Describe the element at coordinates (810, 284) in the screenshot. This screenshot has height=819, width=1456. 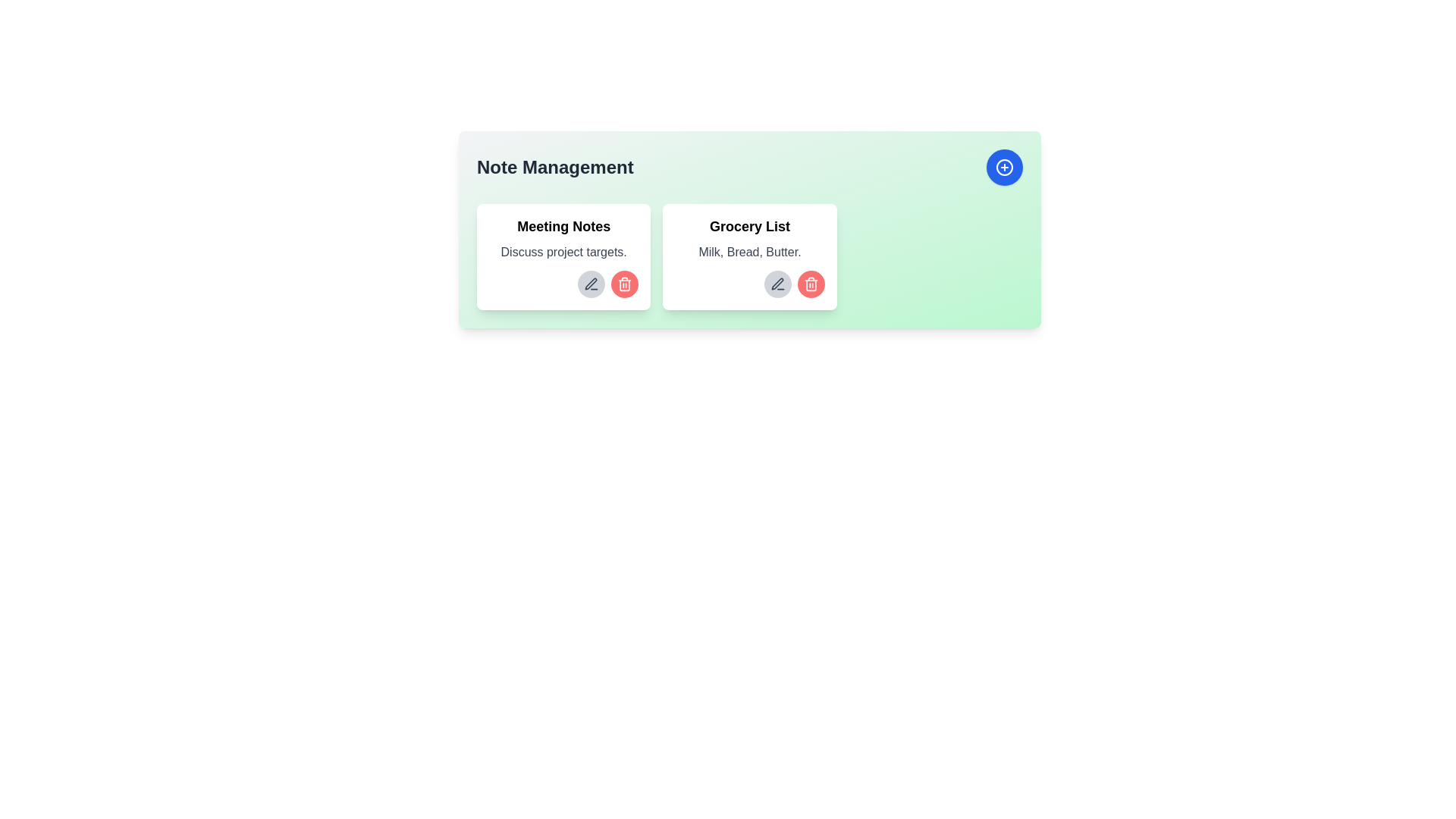
I see `the rounded red button with a white trash can icon located at the bottom-right of the 'Grocery List' card to initiate a delete action` at that location.